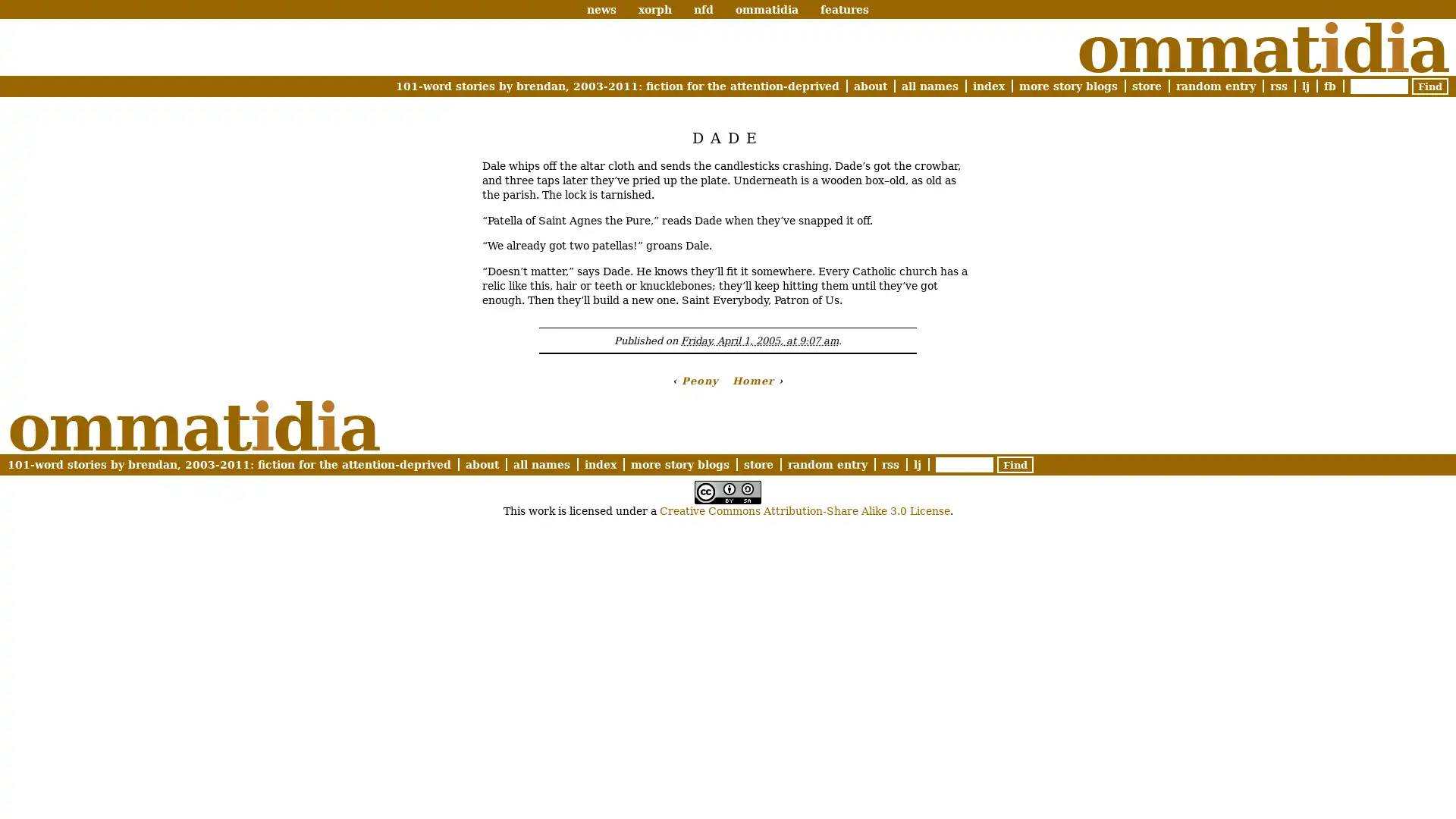 Image resolution: width=1456 pixels, height=819 pixels. Describe the element at coordinates (1429, 86) in the screenshot. I see `Find` at that location.